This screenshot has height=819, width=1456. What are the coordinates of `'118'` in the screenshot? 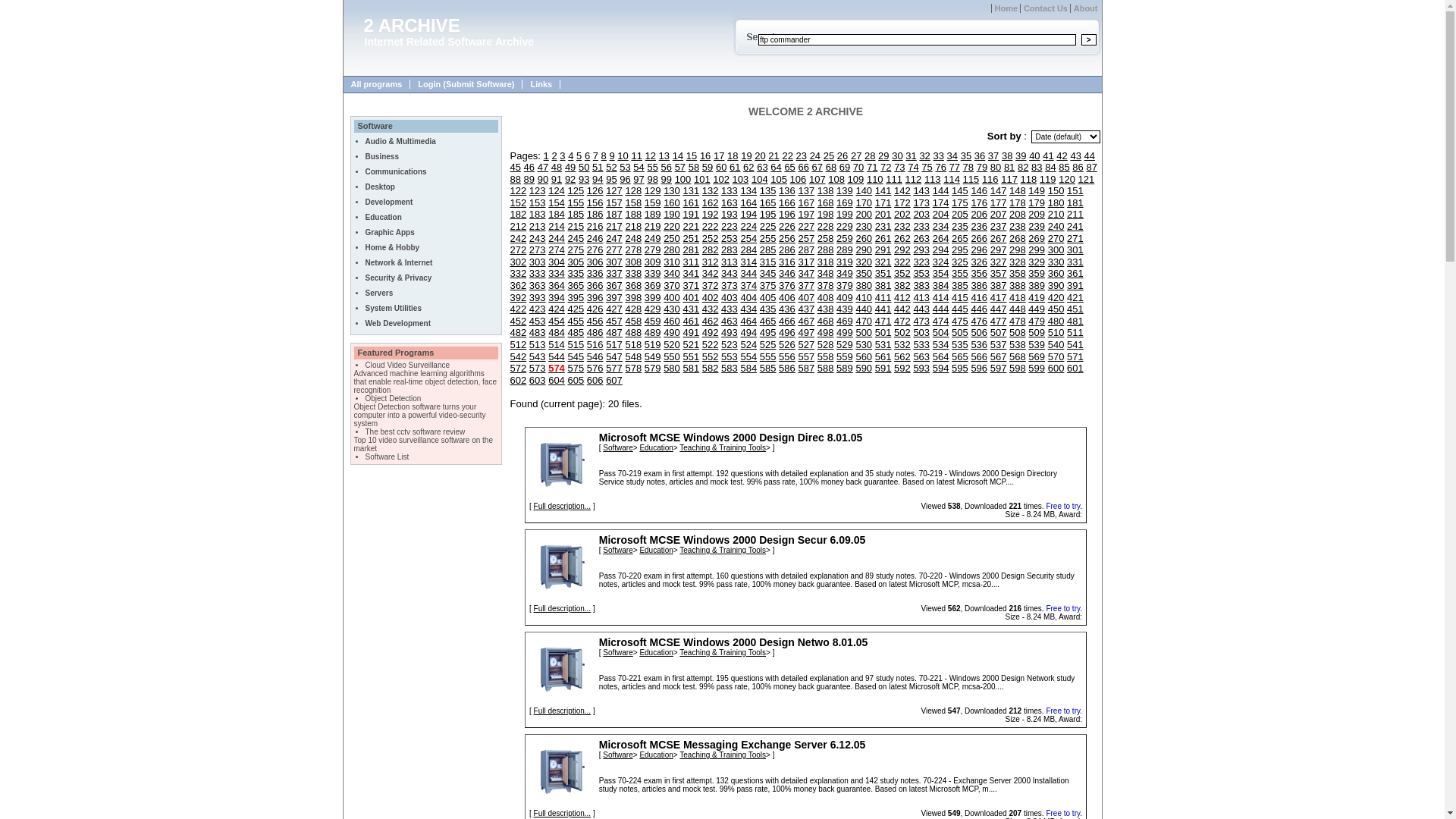 It's located at (1020, 178).